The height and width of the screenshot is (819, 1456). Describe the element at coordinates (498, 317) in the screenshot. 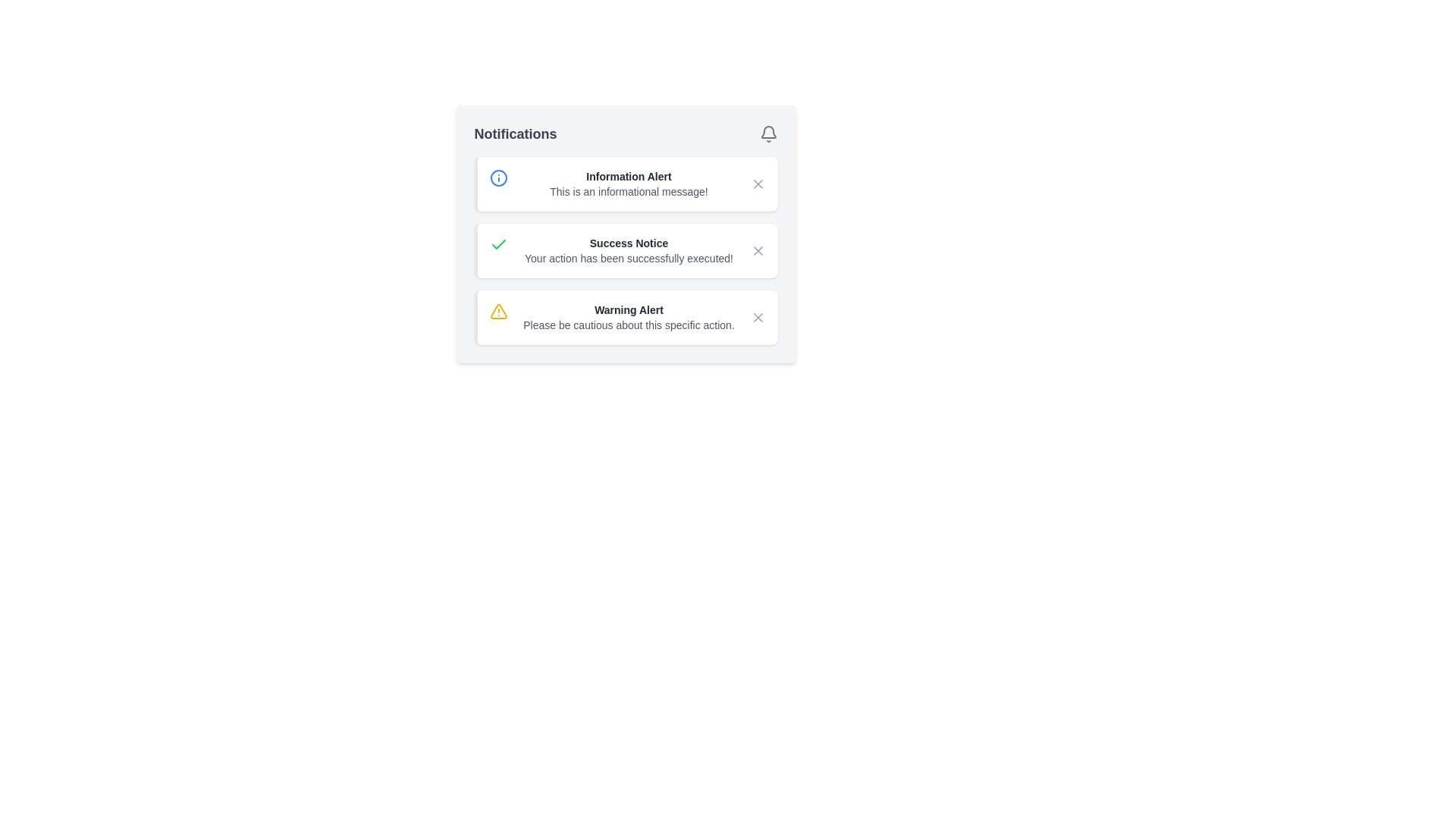

I see `the warning icon located on the left side of the 'Warning Alert' notification box, which signifies caution or the need for attention` at that location.